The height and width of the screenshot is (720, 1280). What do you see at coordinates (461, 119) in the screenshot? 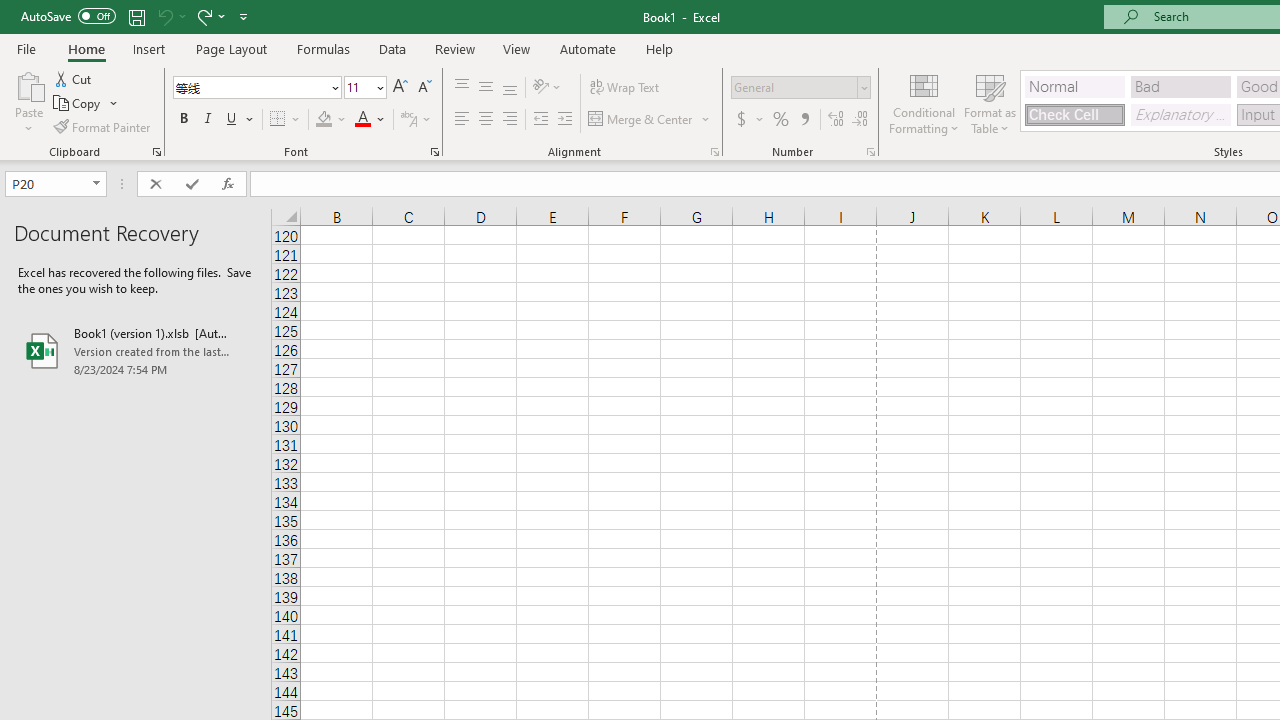
I see `'Align Left'` at bounding box center [461, 119].